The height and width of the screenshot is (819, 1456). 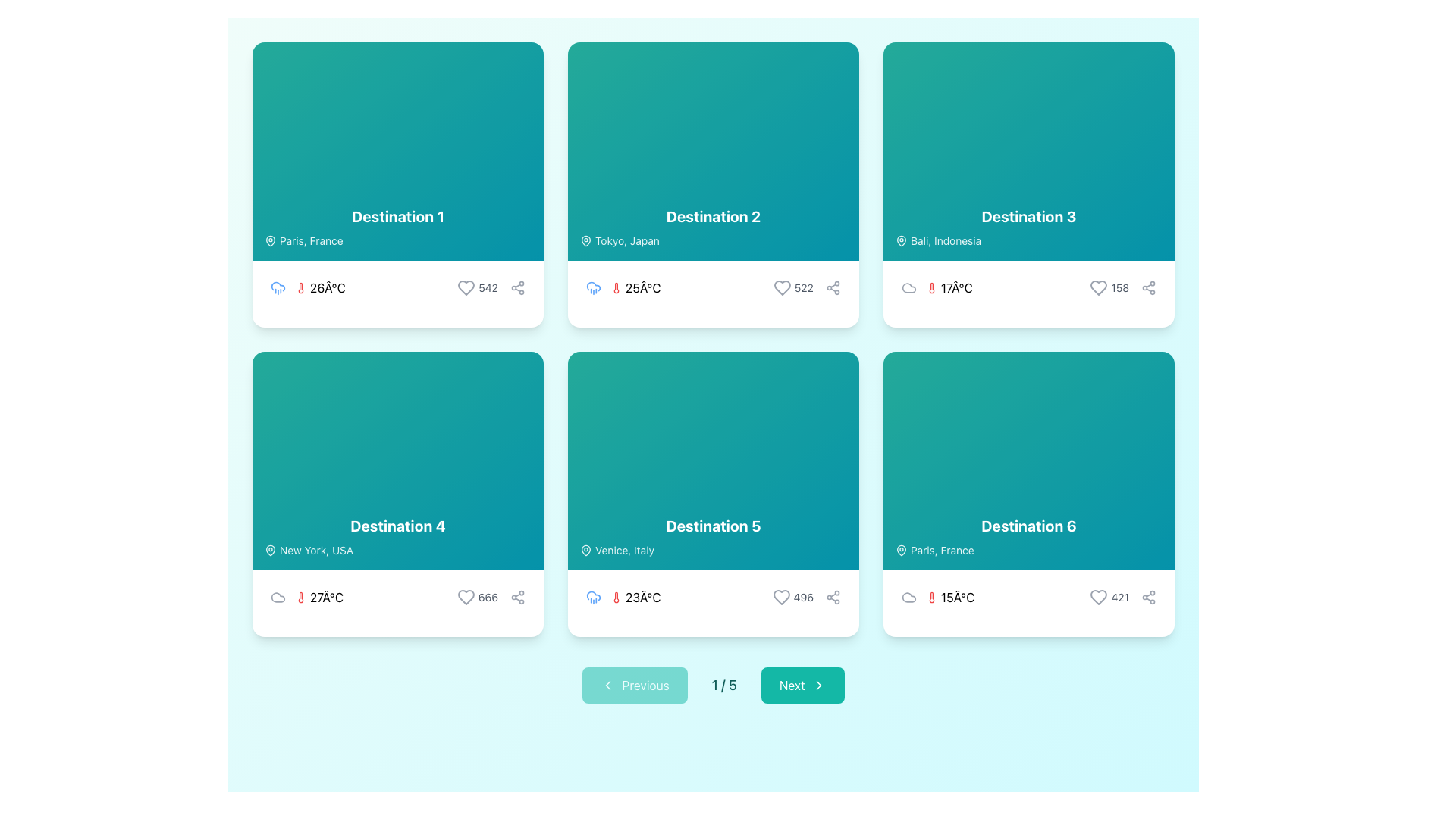 I want to click on the heart-shaped SVG graphic icon located at the bottom-right corner of the sixth card to 'like' or 'favorite' the associated item, so click(x=1099, y=596).